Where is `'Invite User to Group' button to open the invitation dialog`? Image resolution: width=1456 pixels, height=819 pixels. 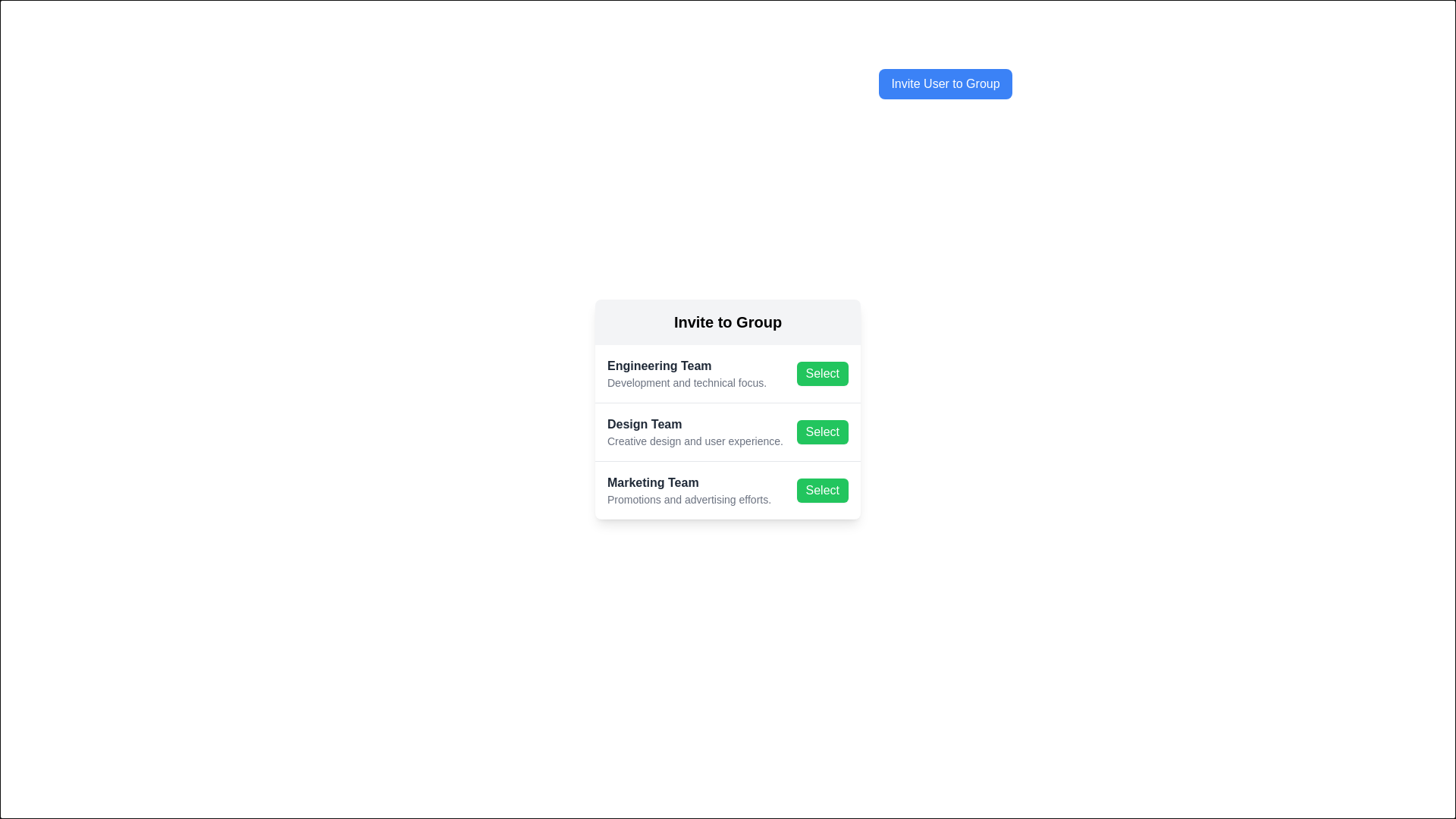 'Invite User to Group' button to open the invitation dialog is located at coordinates (945, 84).